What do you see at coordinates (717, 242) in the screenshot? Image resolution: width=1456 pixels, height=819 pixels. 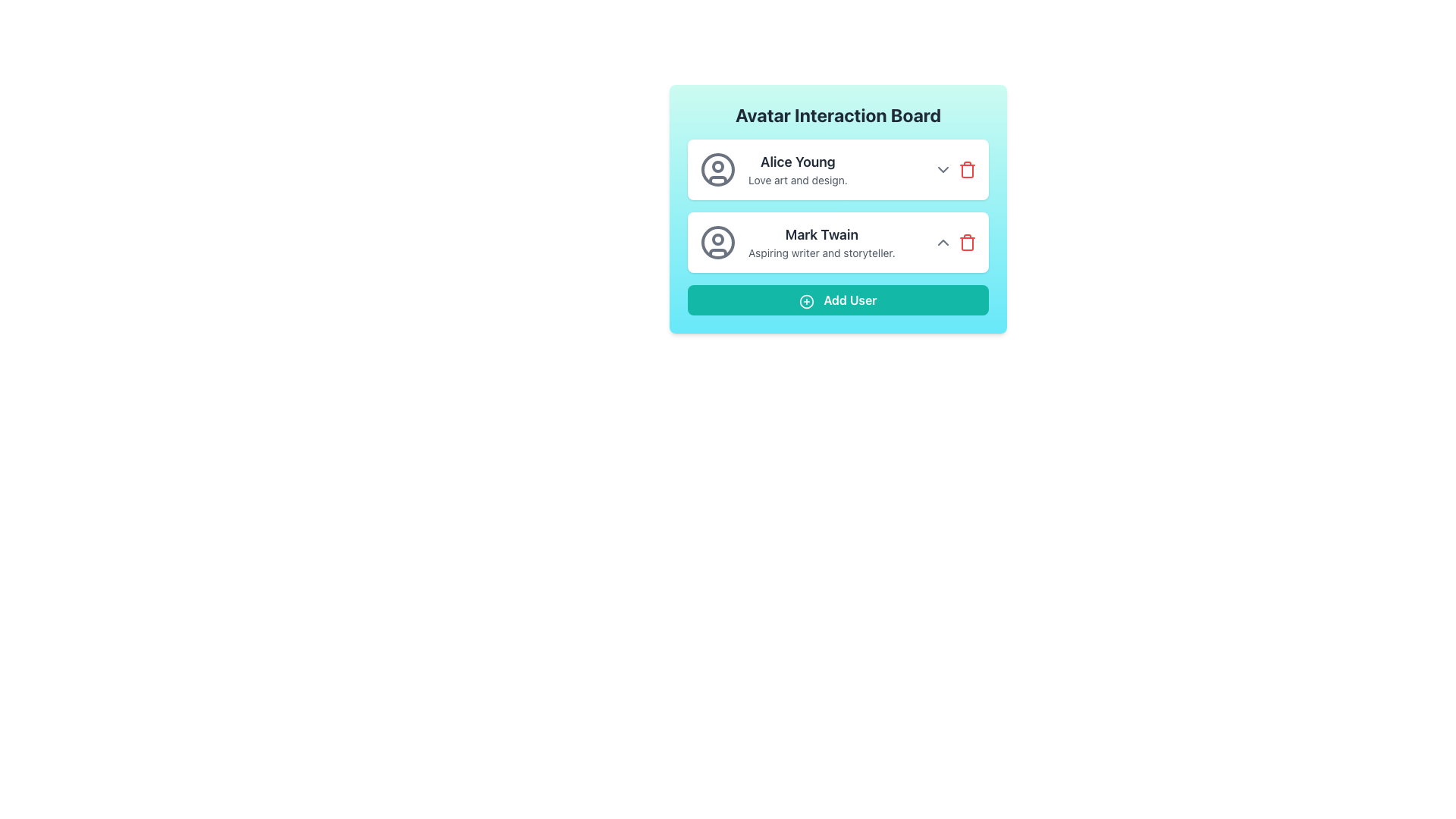 I see `the graphical icon representing the user 'Mark Twain', which is located on the left side of the user name and description within a user details card` at bounding box center [717, 242].